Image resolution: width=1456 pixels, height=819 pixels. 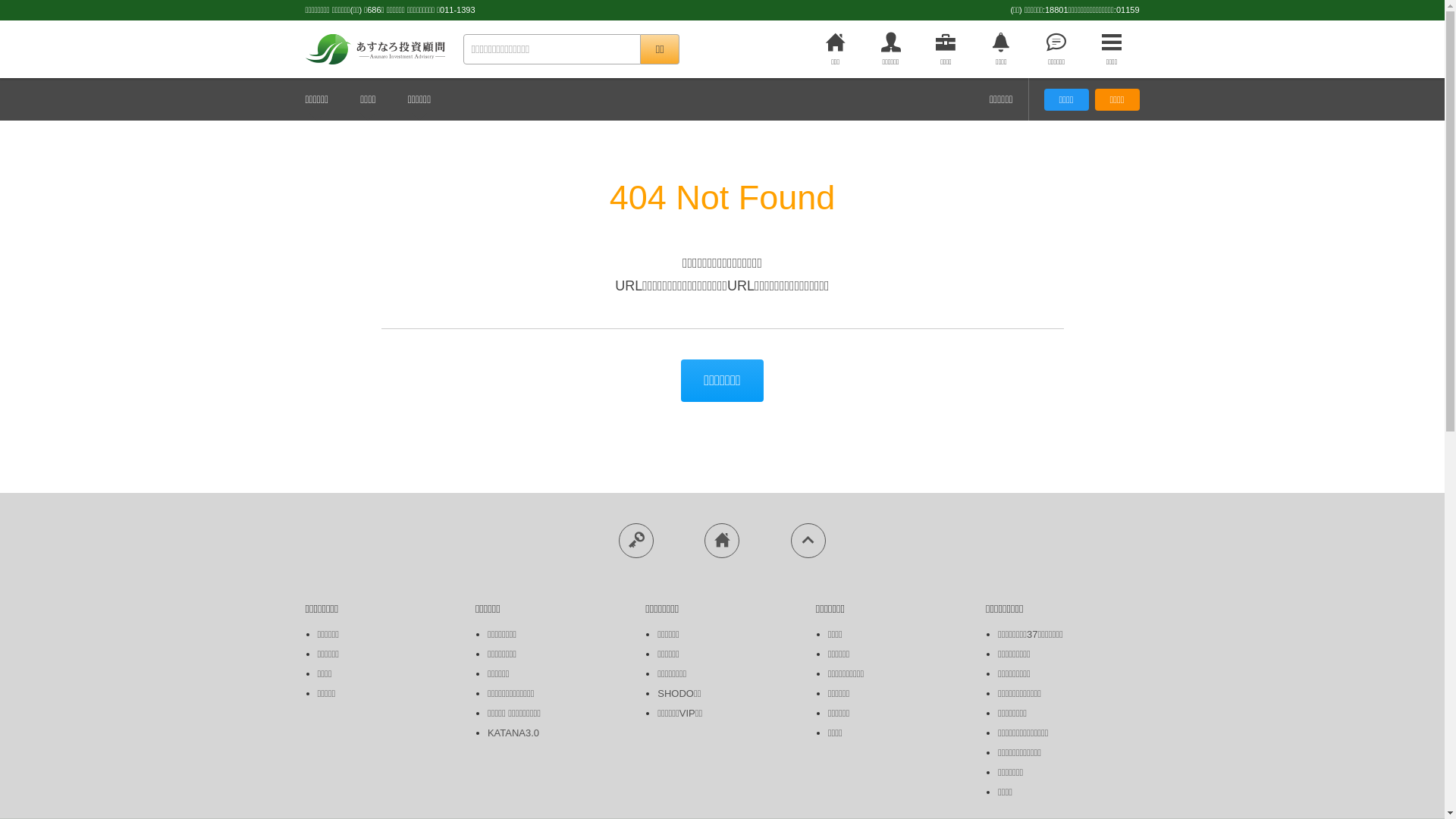 What do you see at coordinates (488, 732) in the screenshot?
I see `'KATANA3.0'` at bounding box center [488, 732].